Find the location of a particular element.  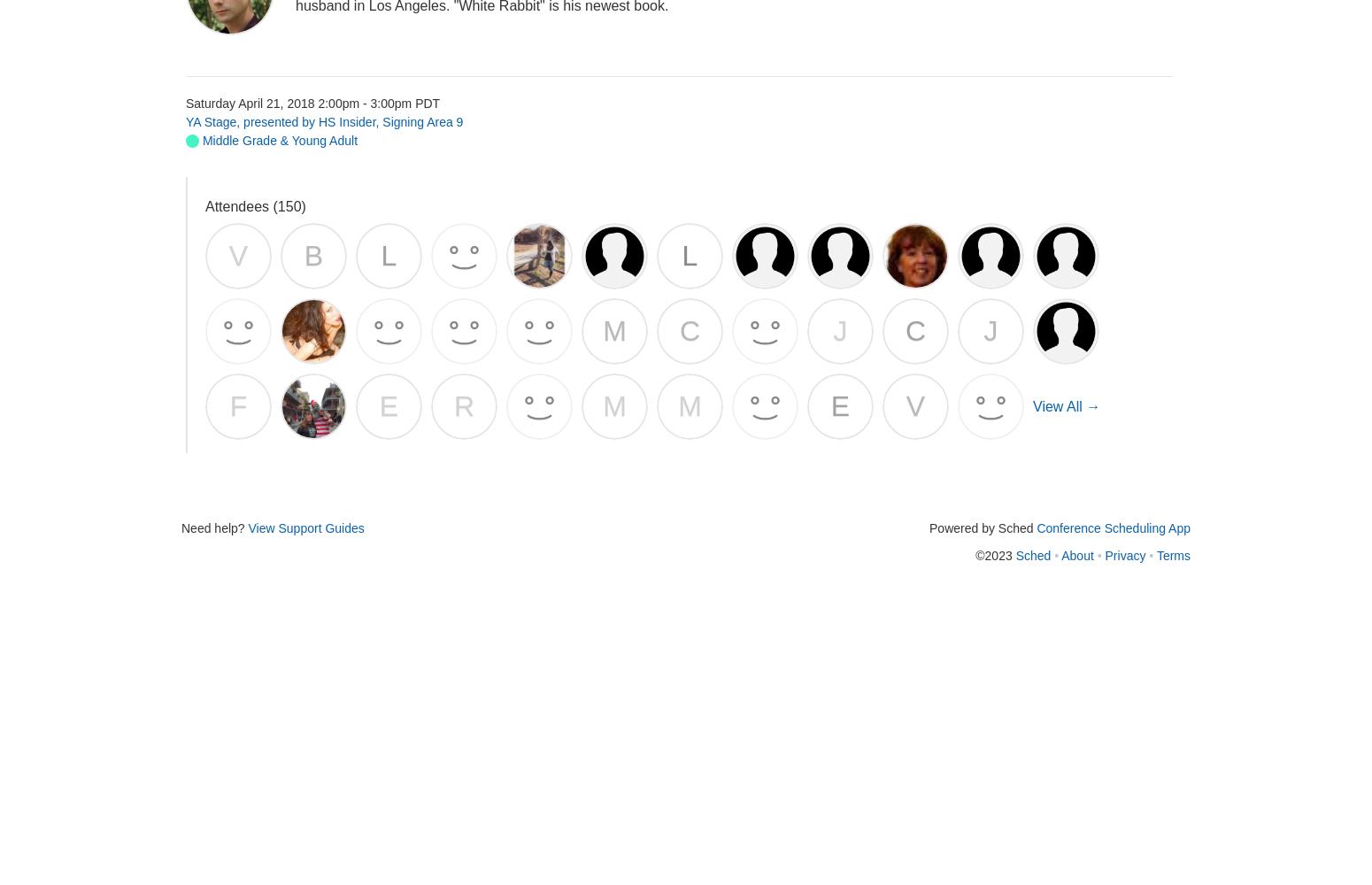

'Powered by Sched' is located at coordinates (982, 527).